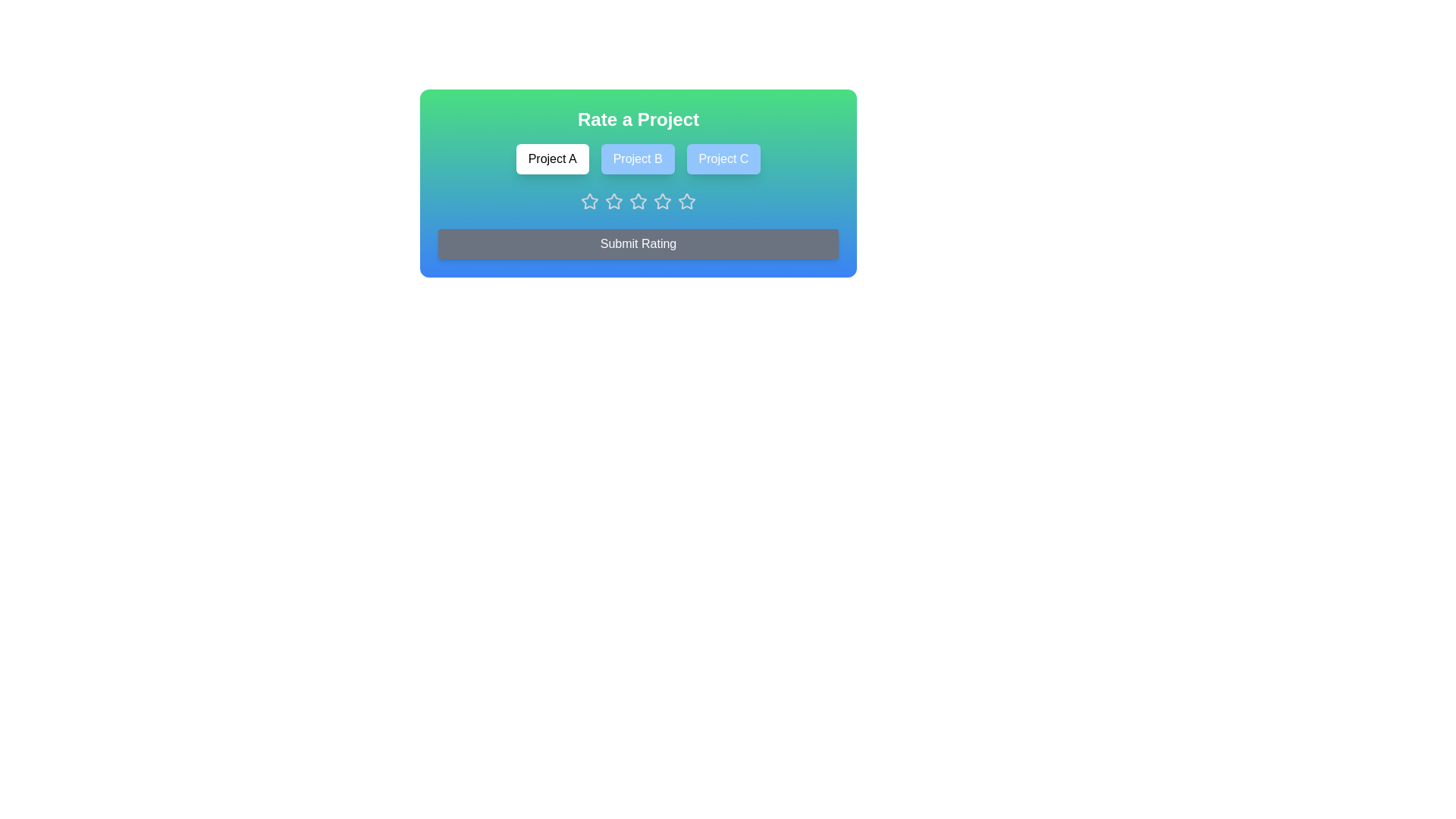 This screenshot has width=1456, height=819. What do you see at coordinates (686, 201) in the screenshot?
I see `the star corresponding to 5 to set the project rating` at bounding box center [686, 201].